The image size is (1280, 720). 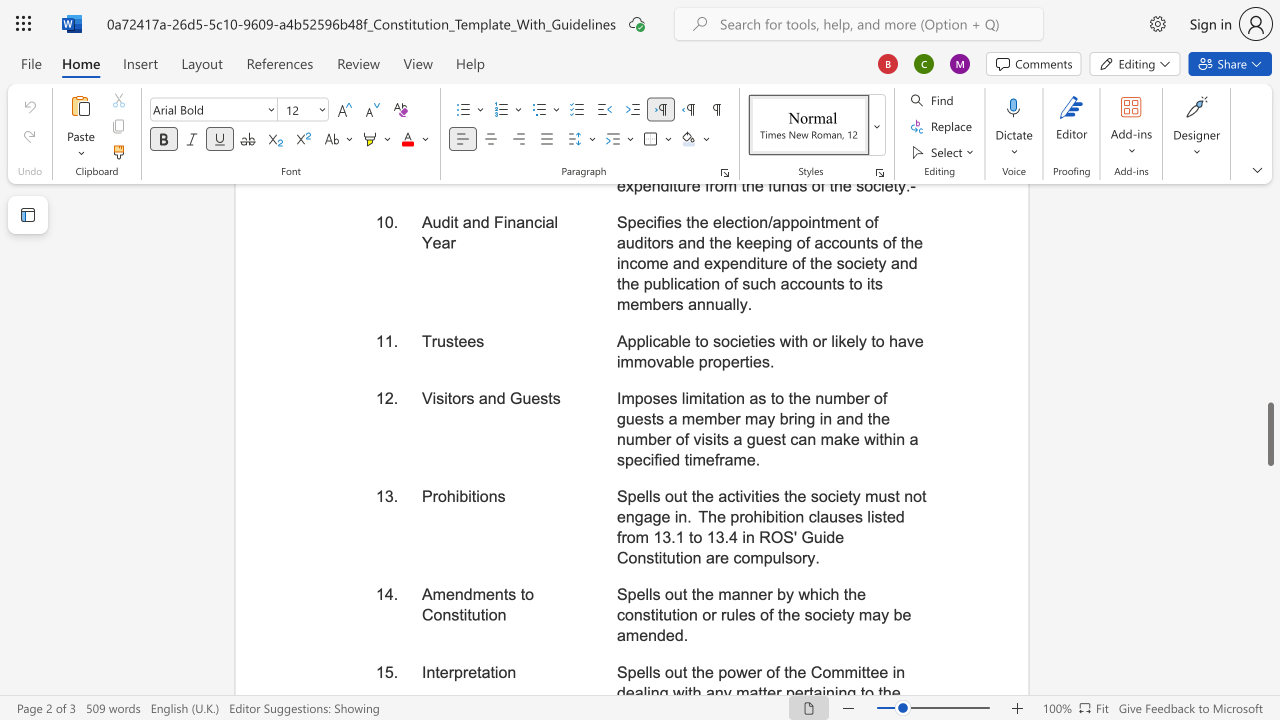 I want to click on the scrollbar to slide the page up, so click(x=1269, y=370).